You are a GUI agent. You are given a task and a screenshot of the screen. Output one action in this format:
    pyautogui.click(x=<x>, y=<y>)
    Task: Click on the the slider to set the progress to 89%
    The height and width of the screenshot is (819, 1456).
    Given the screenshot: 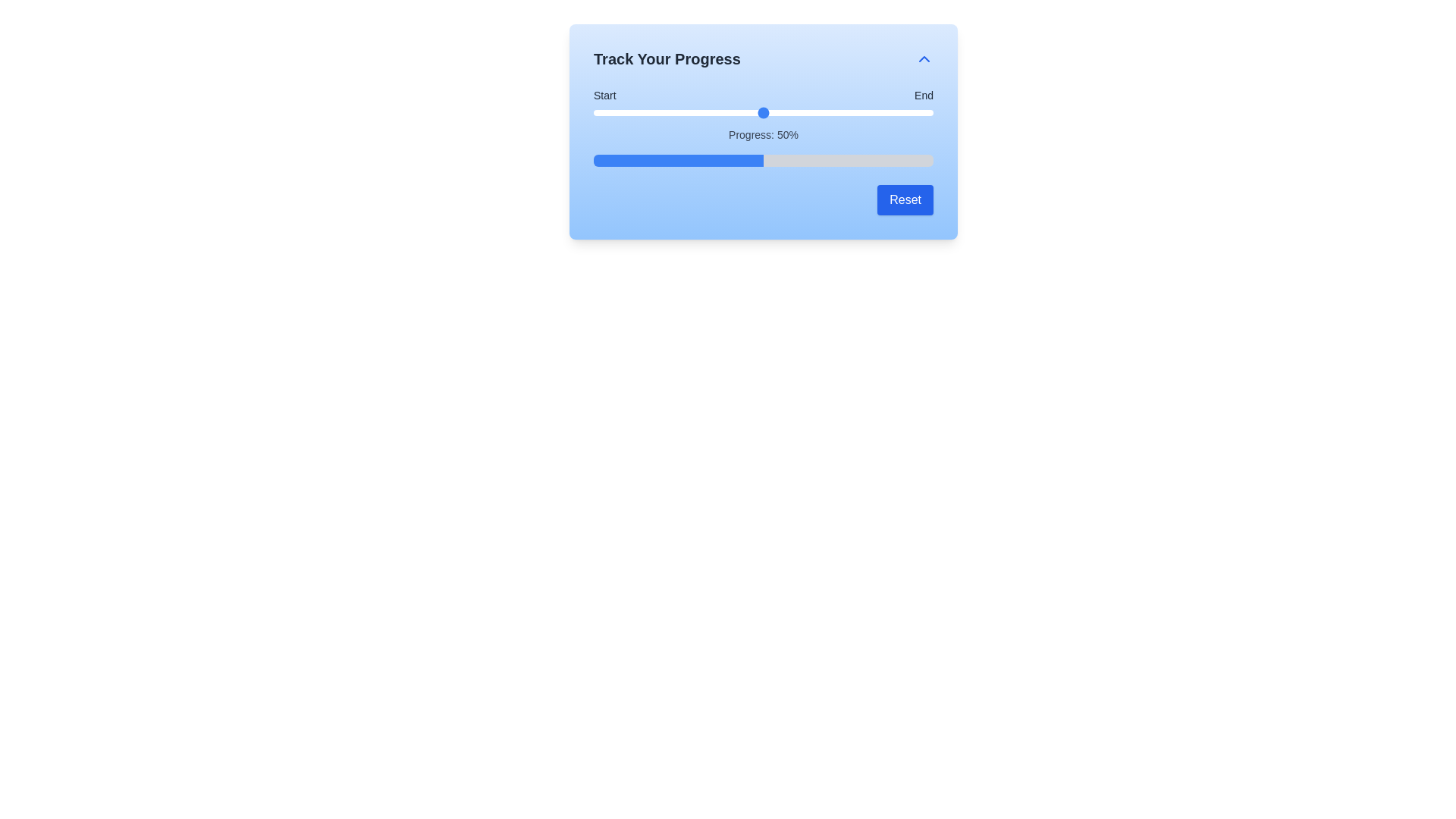 What is the action you would take?
    pyautogui.click(x=896, y=112)
    